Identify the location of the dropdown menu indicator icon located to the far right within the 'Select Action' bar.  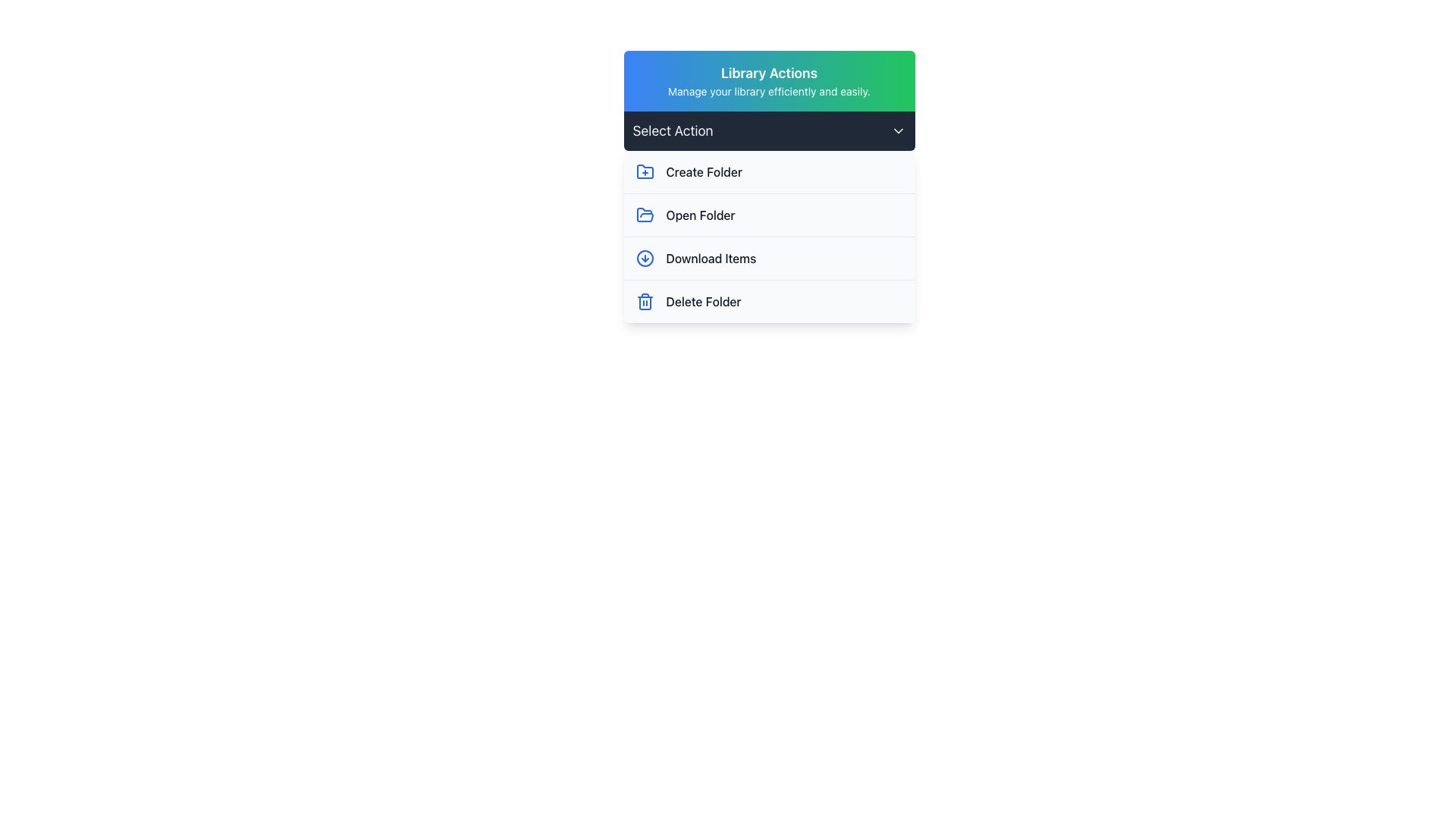
(898, 130).